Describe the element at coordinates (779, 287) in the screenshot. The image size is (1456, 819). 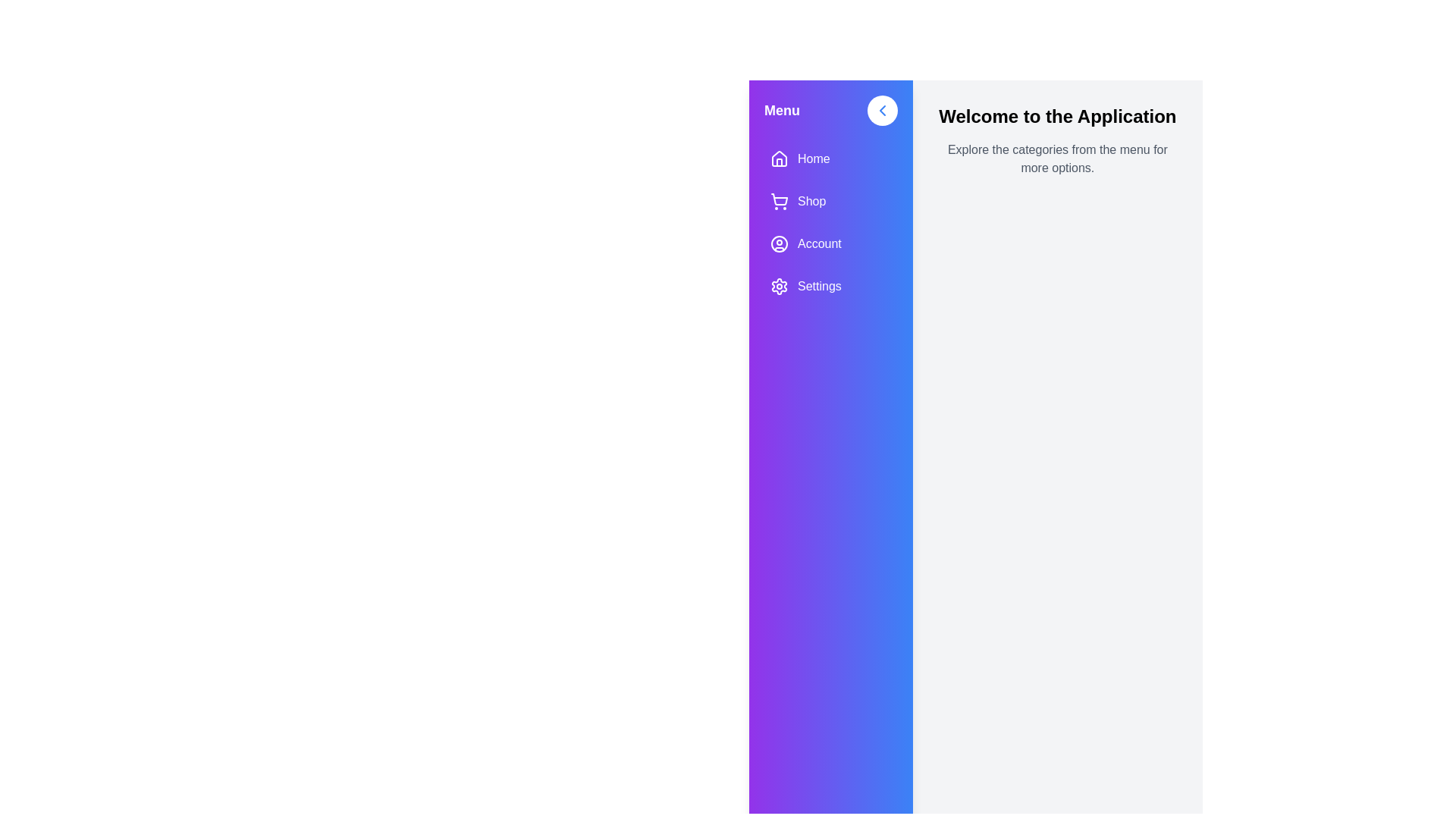
I see `the purple gear-shaped icon in the sidebar menu` at that location.